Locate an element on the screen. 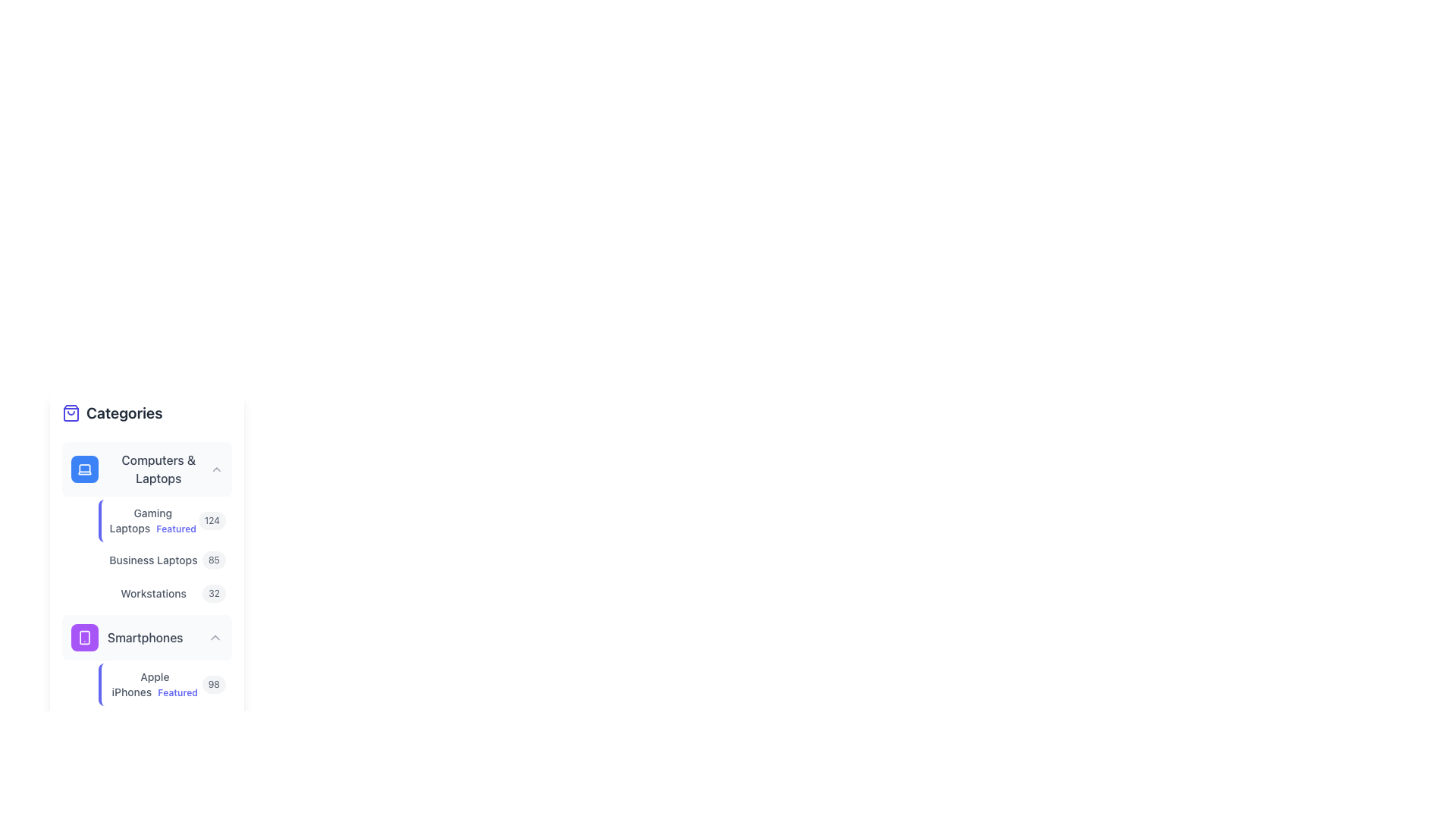 This screenshot has width=1456, height=819. the 'Smartphones' category icon located in the sidebar navigation, which is directly below the 'Computers & Laptops' section is located at coordinates (83, 637).